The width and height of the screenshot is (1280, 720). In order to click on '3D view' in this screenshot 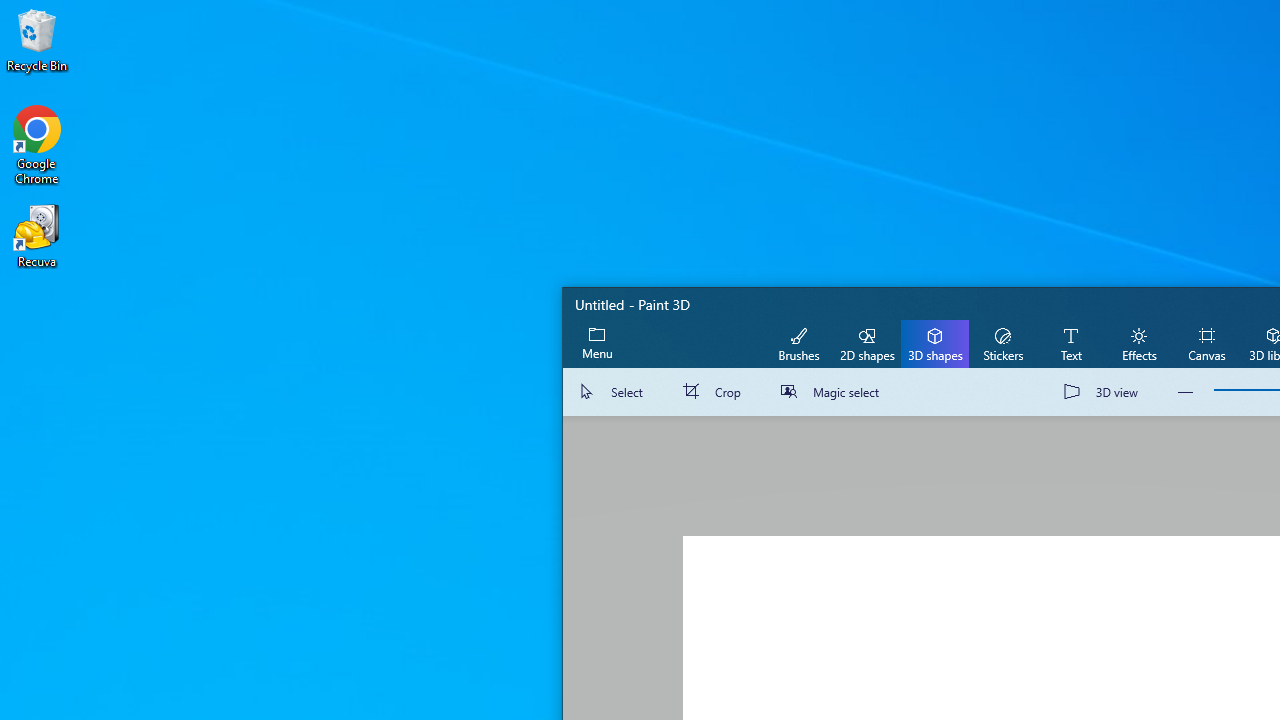, I will do `click(1104, 392)`.